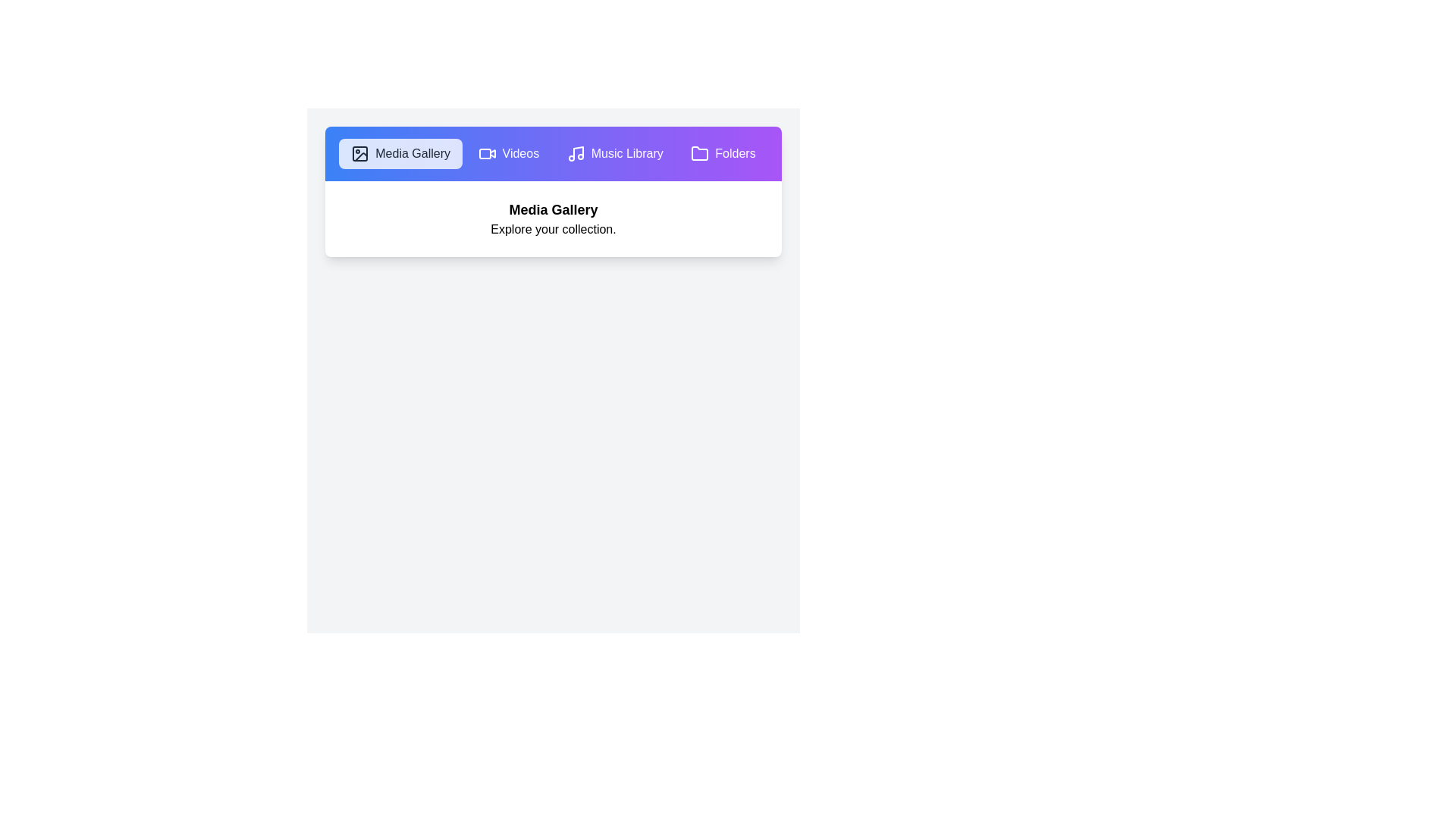 This screenshot has width=1456, height=819. I want to click on the 'Folders' text label, which is displayed in white font and is positioned to the right of a folder icon within a purple button-like structure in the navigation bar, so click(735, 154).